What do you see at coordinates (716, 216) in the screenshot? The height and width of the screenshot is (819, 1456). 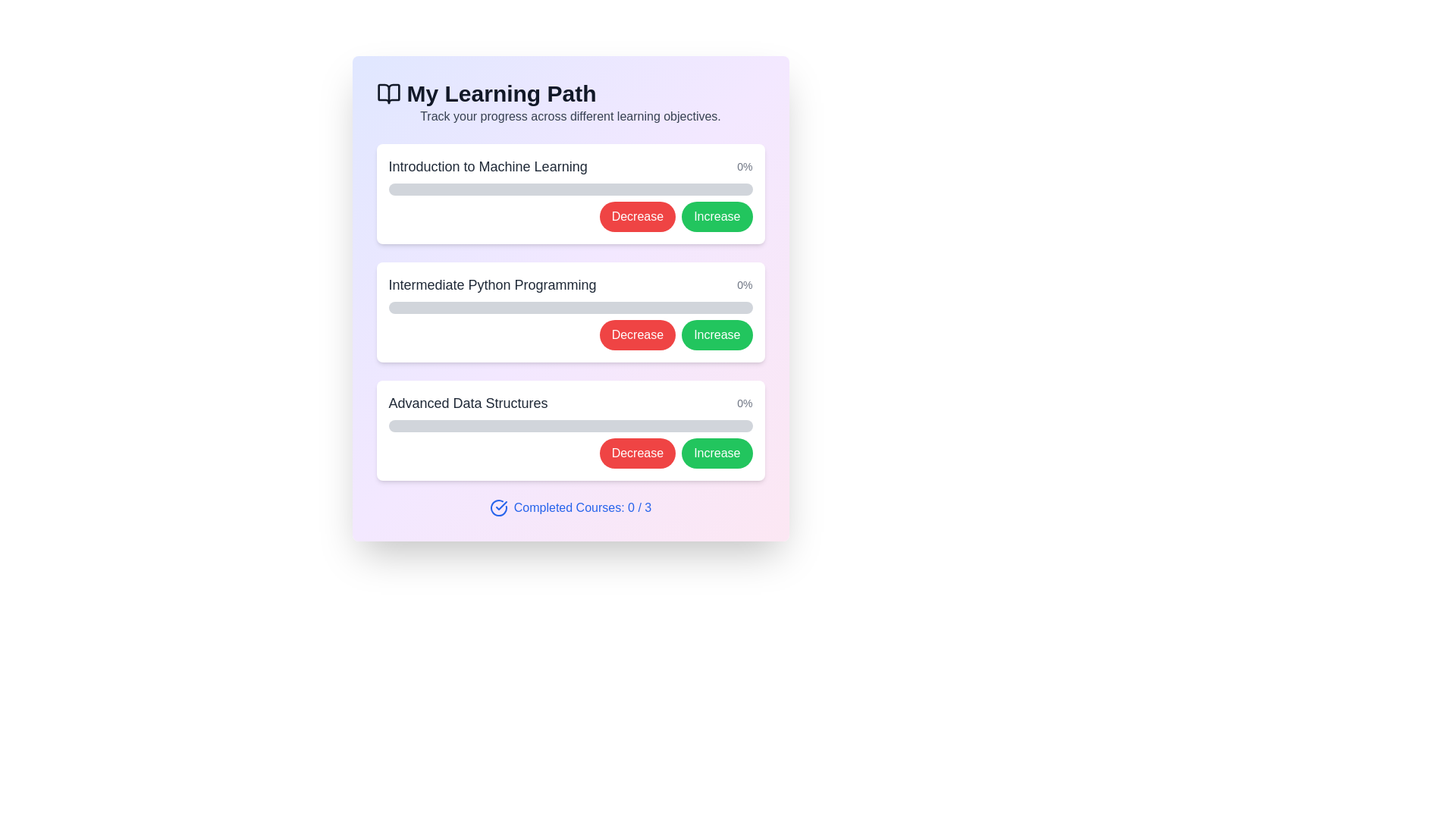 I see `the increment button located to the right of the 'Decrease' button, which is part of a horizontal group of two buttons, to increase the learning module's progress value` at bounding box center [716, 216].